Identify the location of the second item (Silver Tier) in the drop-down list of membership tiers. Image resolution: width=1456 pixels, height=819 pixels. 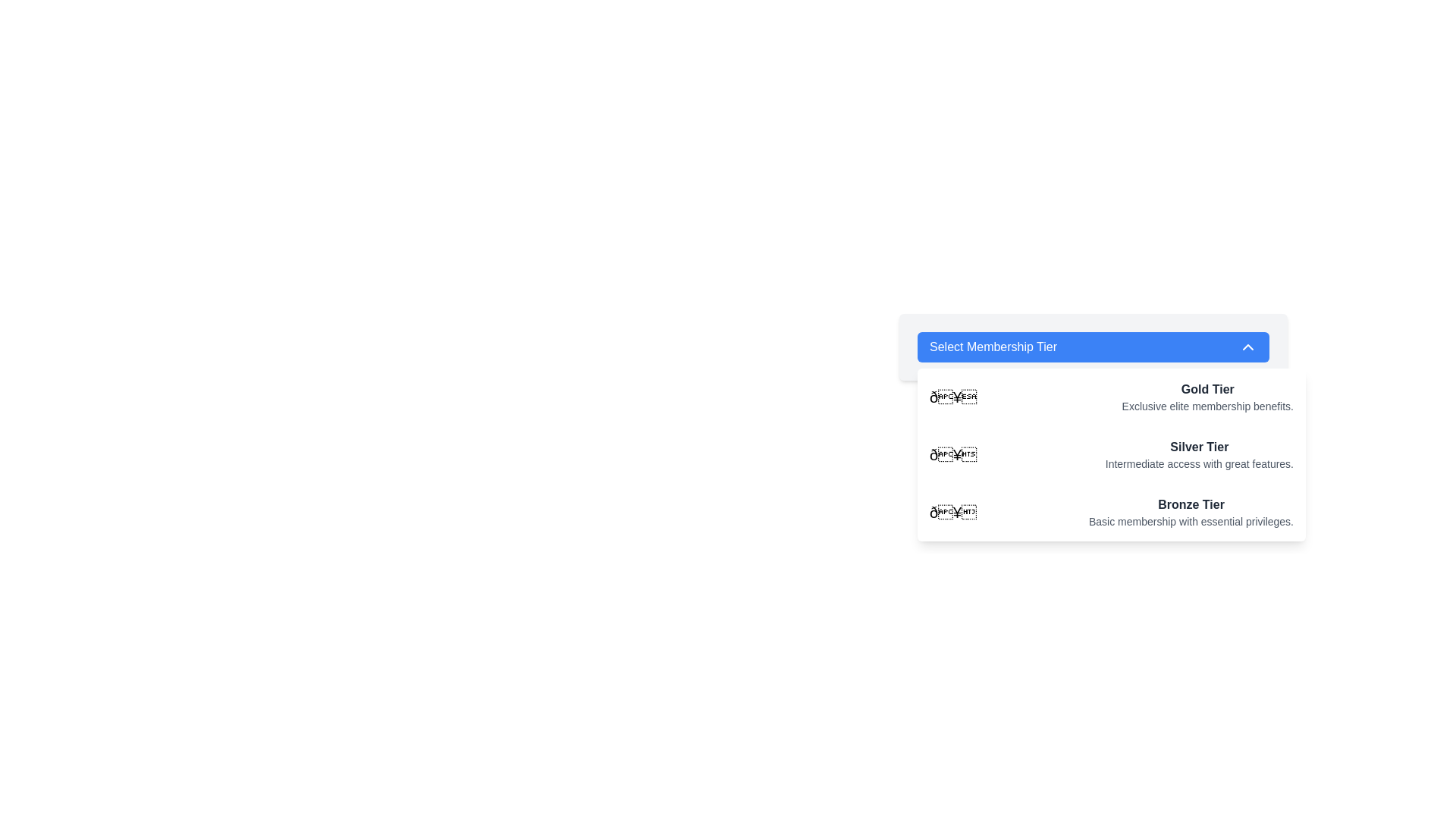
(1111, 454).